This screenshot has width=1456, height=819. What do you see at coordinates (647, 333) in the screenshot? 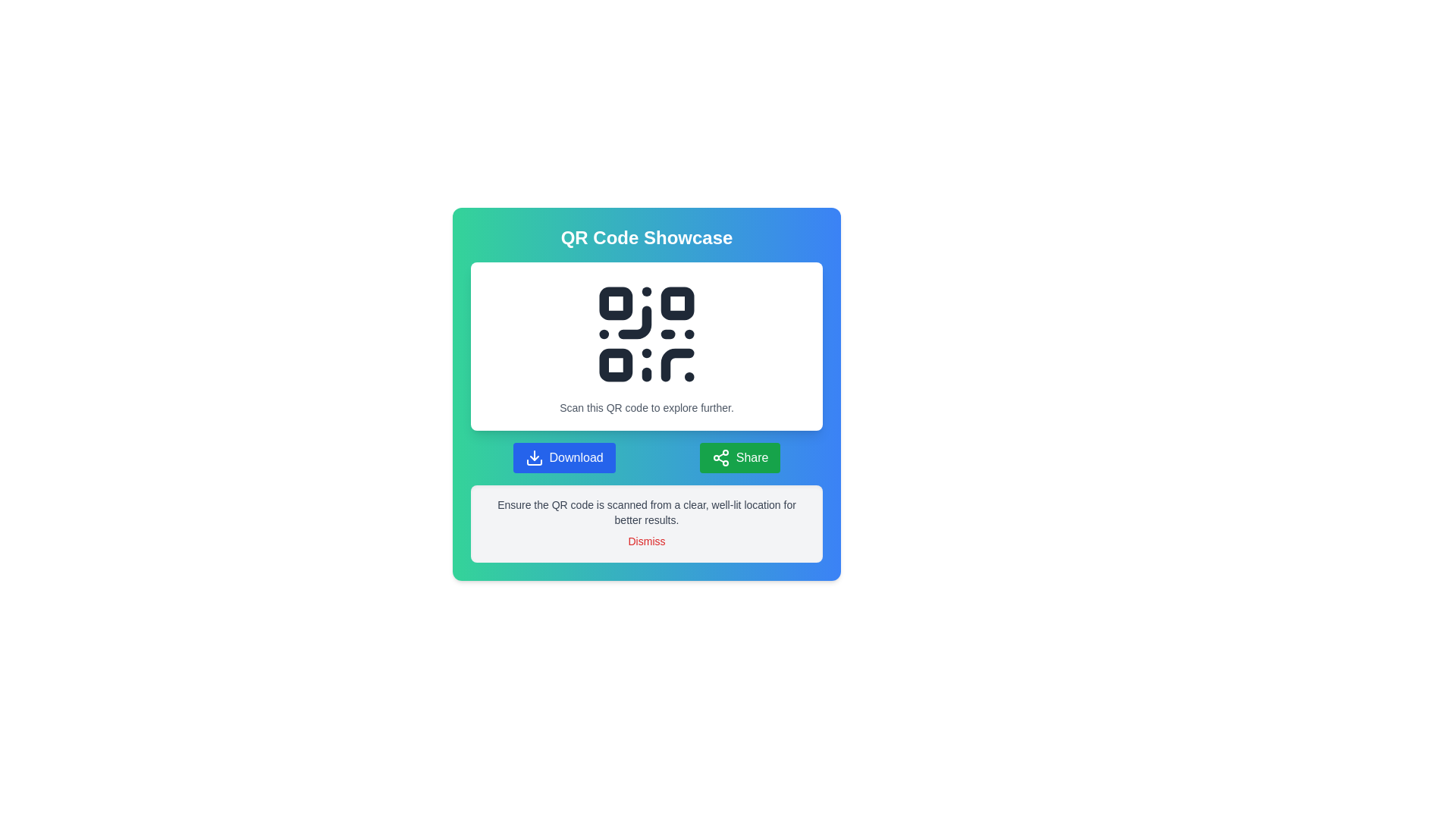
I see `the QR code element located within the 'QR Code Showcase' card, which is visually represented as a scannable QR code` at bounding box center [647, 333].